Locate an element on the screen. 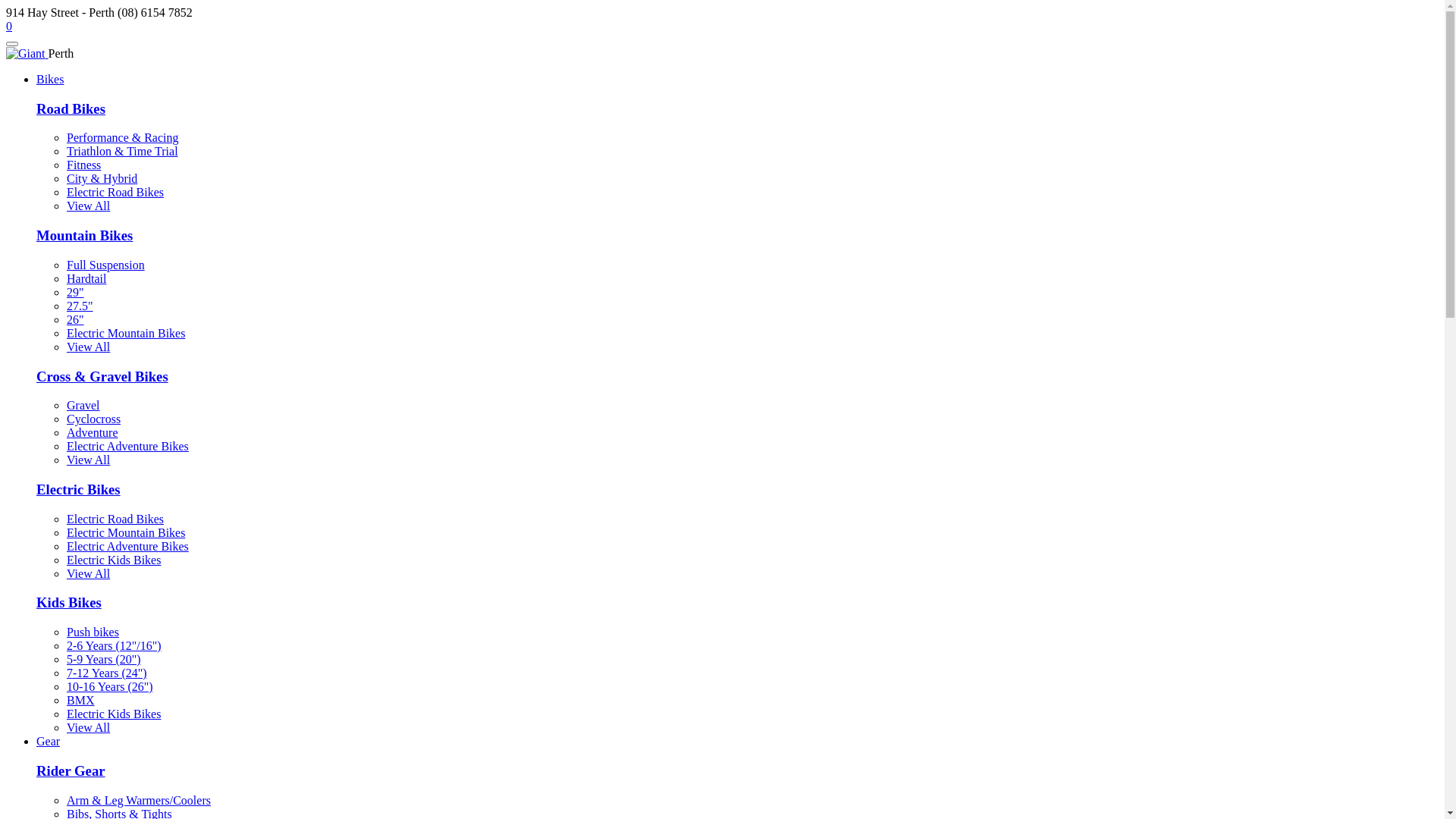 The width and height of the screenshot is (1456, 819). 'Cross & Gravel Bikes' is located at coordinates (101, 375).